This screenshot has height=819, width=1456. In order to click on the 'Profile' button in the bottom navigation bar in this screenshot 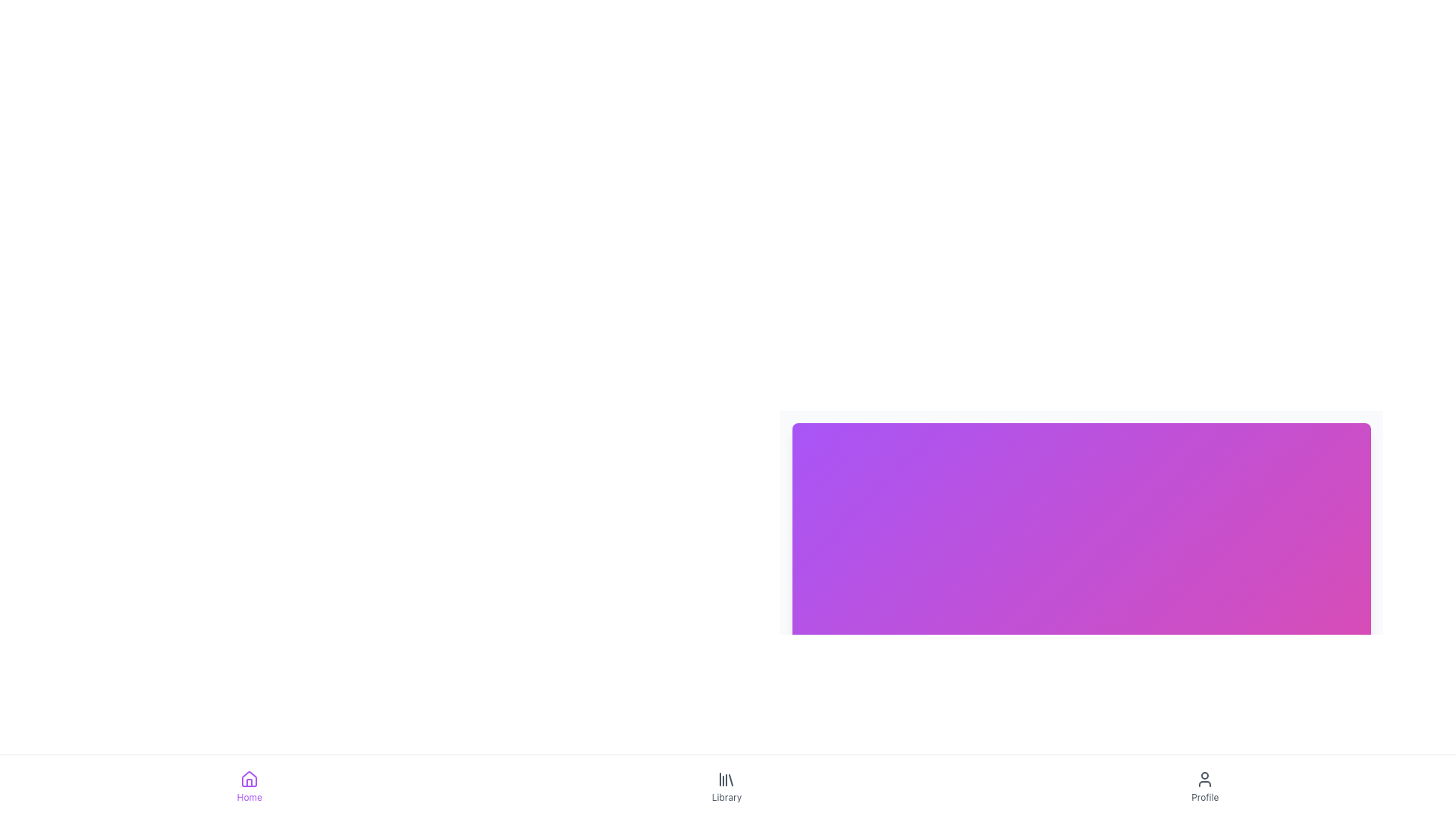, I will do `click(1204, 786)`.